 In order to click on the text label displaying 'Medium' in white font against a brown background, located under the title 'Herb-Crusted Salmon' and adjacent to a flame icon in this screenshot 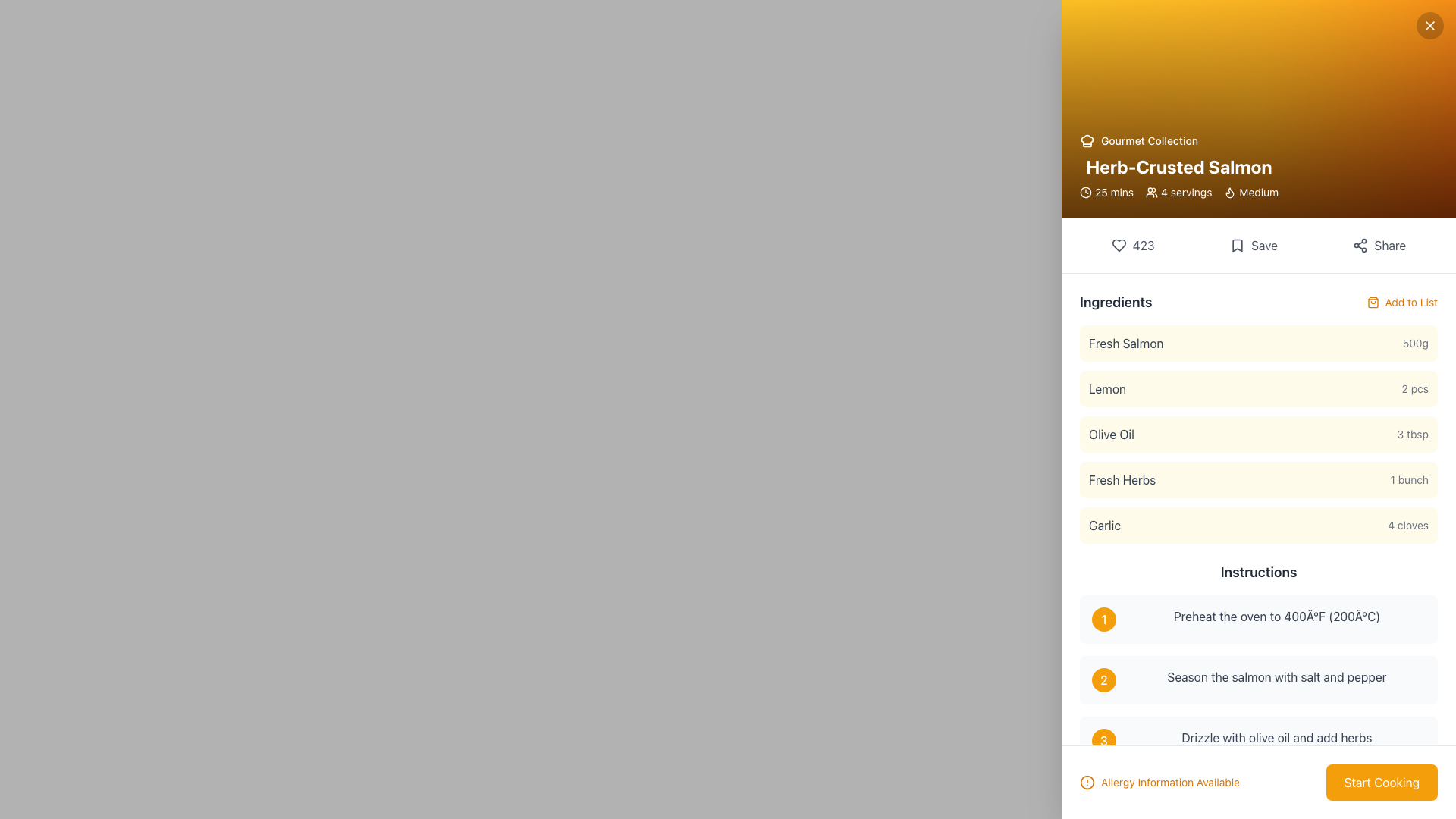, I will do `click(1259, 192)`.